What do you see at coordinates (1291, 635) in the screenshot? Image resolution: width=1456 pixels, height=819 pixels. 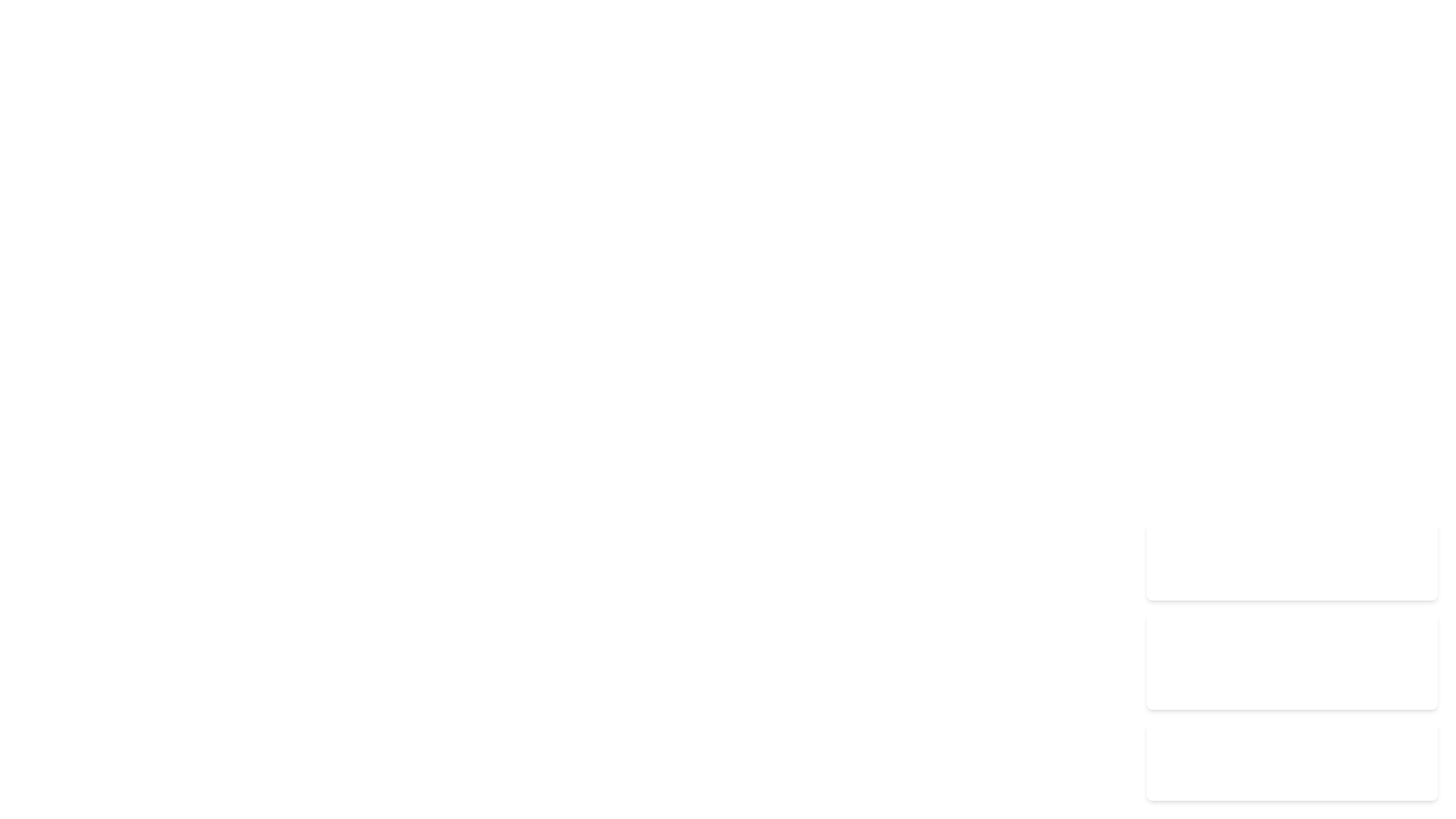 I see `the header text display indicating a successful operation message` at bounding box center [1291, 635].